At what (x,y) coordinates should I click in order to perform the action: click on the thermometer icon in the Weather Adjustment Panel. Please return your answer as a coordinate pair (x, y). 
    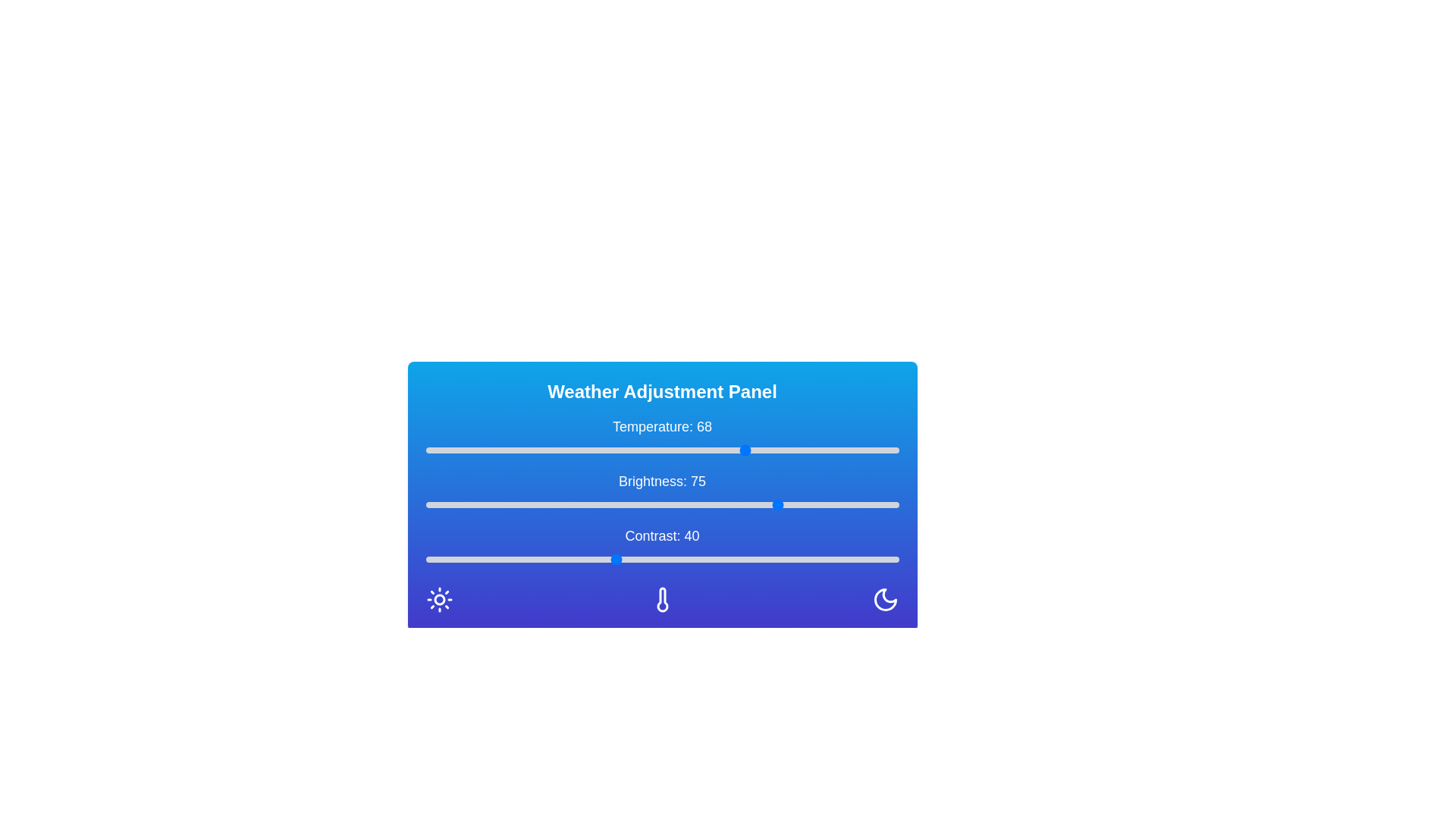
    Looking at the image, I should click on (662, 598).